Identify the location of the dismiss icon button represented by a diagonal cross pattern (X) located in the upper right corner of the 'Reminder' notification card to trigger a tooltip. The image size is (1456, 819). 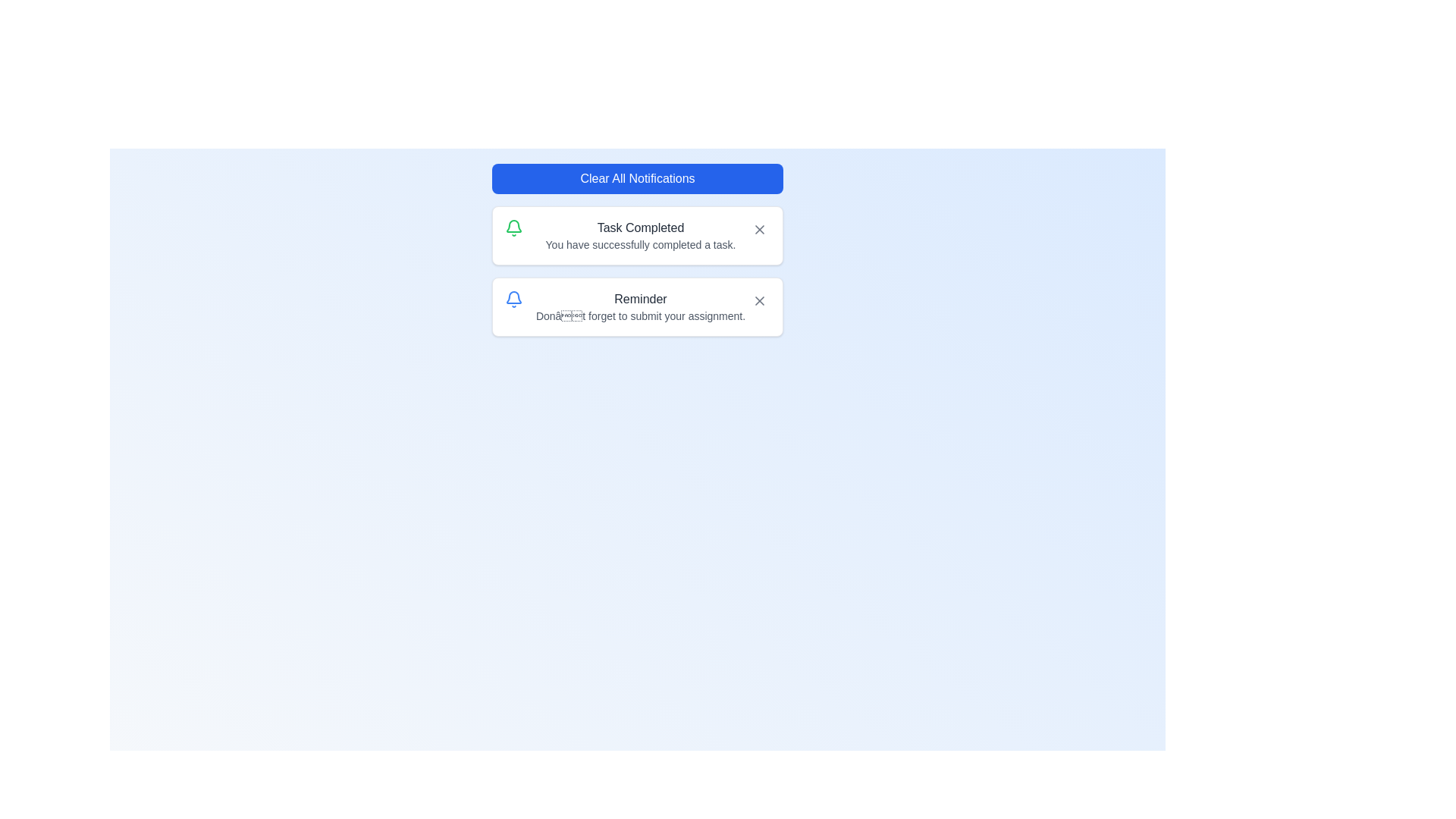
(760, 301).